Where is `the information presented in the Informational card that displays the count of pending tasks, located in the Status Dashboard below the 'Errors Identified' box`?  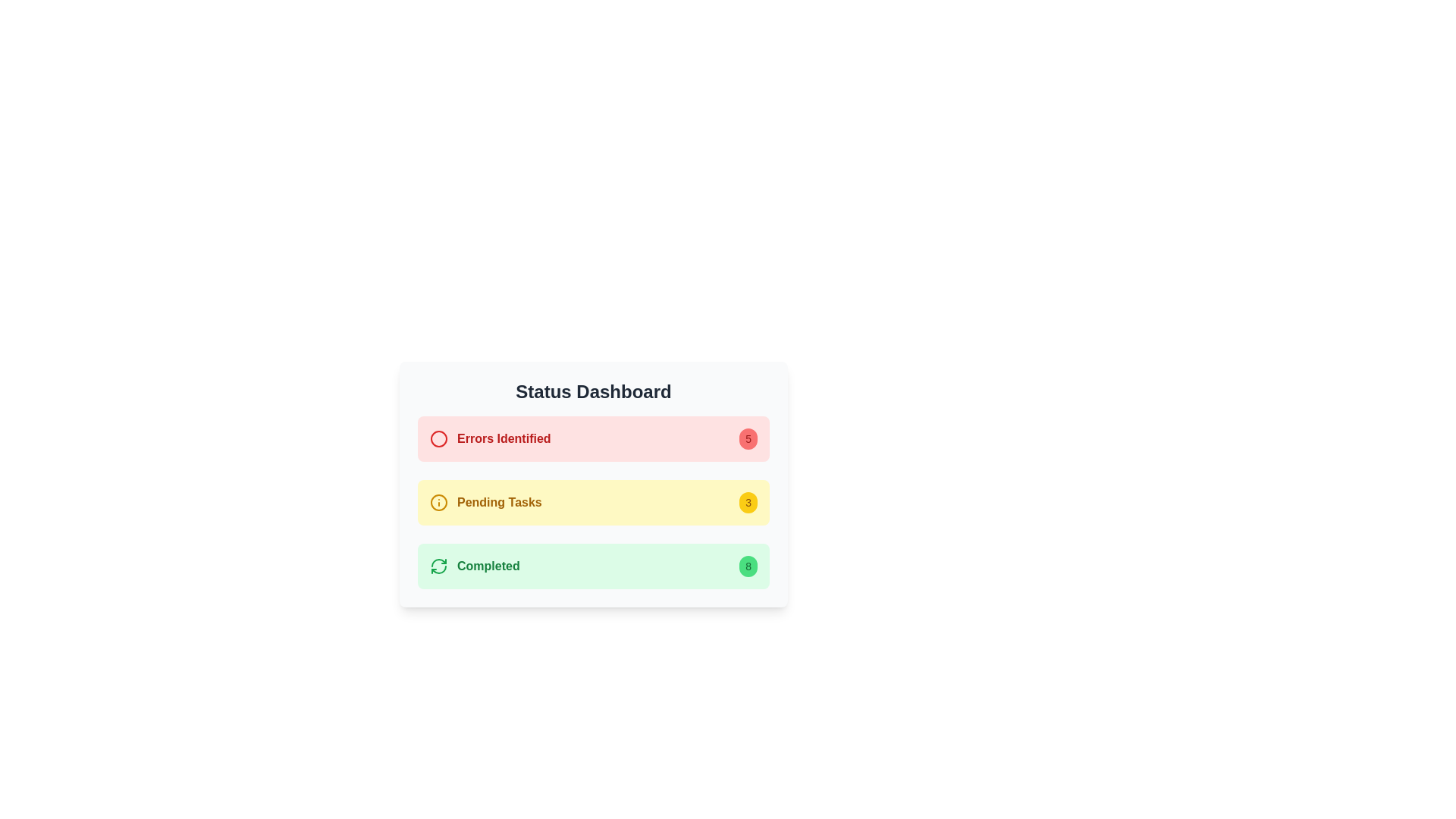 the information presented in the Informational card that displays the count of pending tasks, located in the Status Dashboard below the 'Errors Identified' box is located at coordinates (592, 485).